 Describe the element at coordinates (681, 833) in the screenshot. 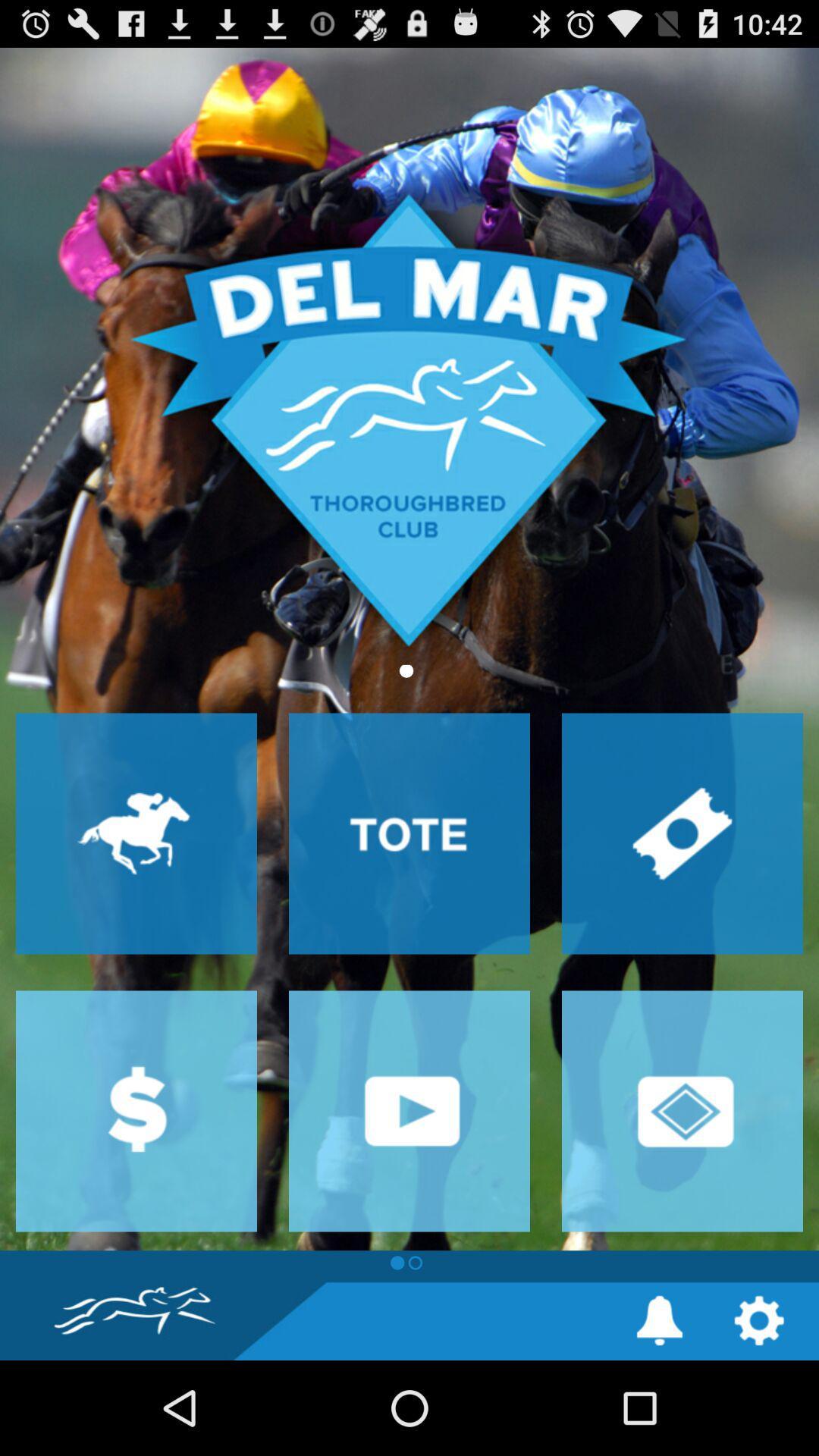

I see `purchase tickets` at that location.